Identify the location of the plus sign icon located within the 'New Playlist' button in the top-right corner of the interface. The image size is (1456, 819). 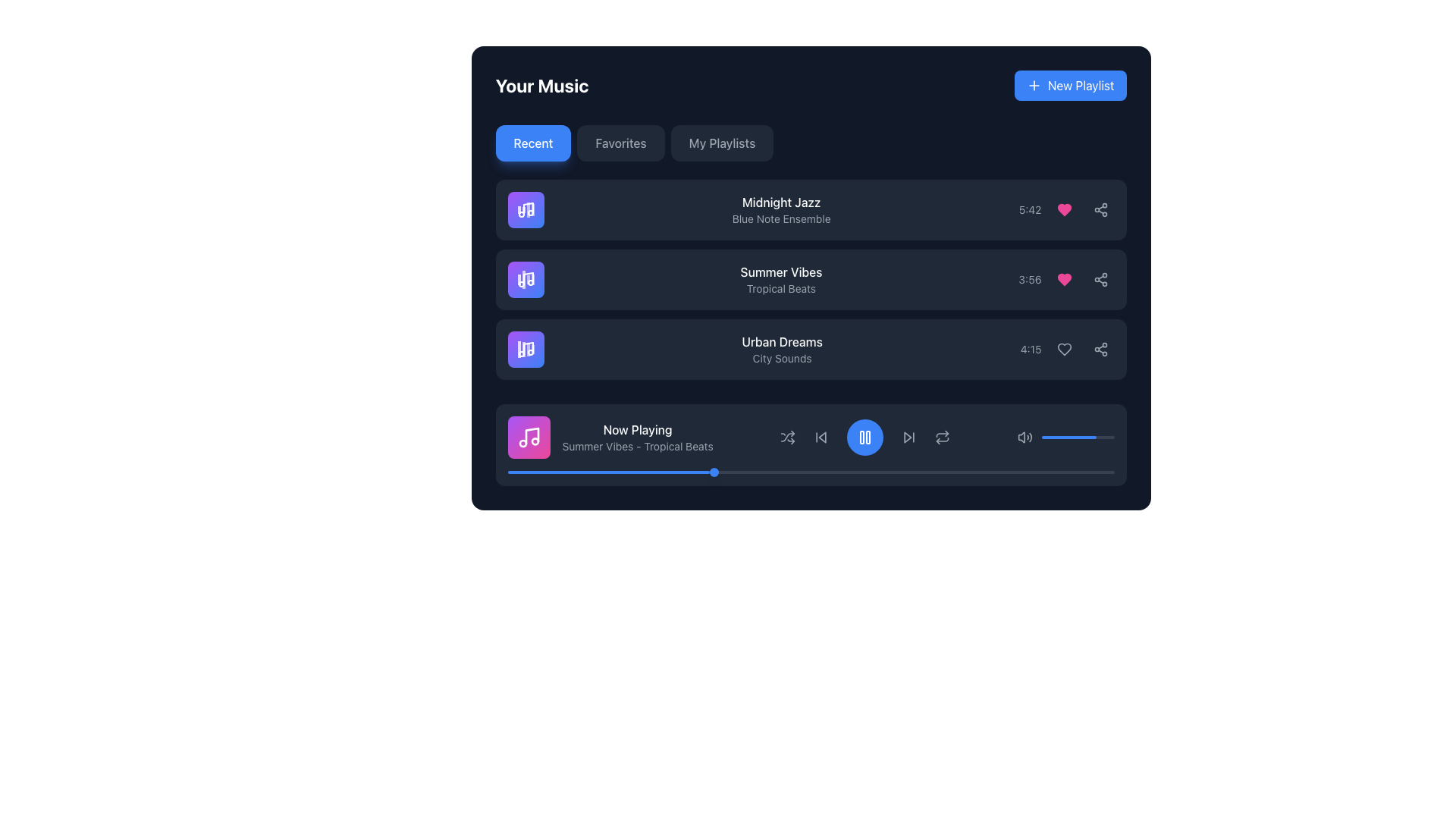
(1033, 85).